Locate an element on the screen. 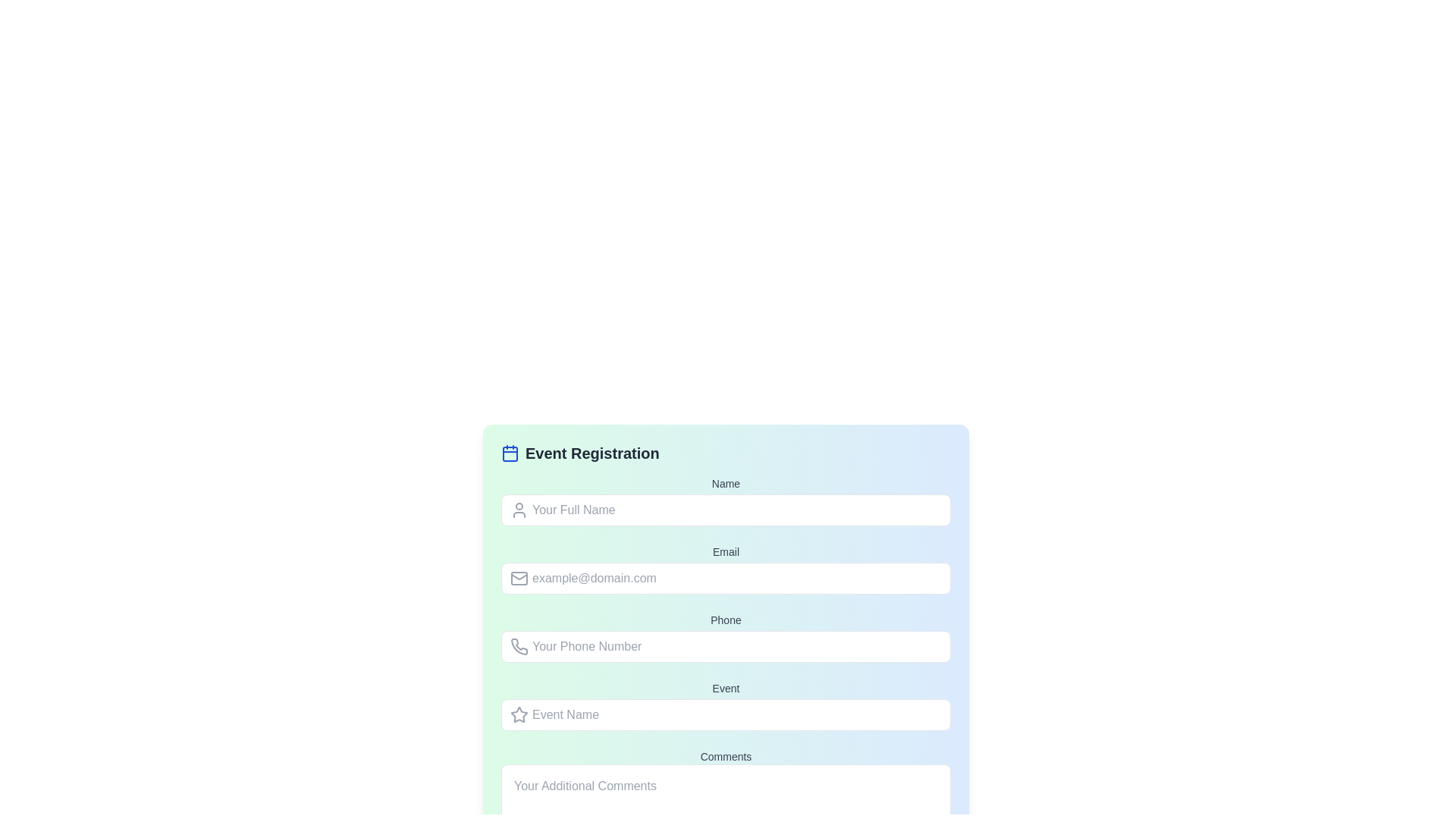  the rounded rectangle with a blue outline located within the calendar icon in the 'Event Registration' section is located at coordinates (510, 453).